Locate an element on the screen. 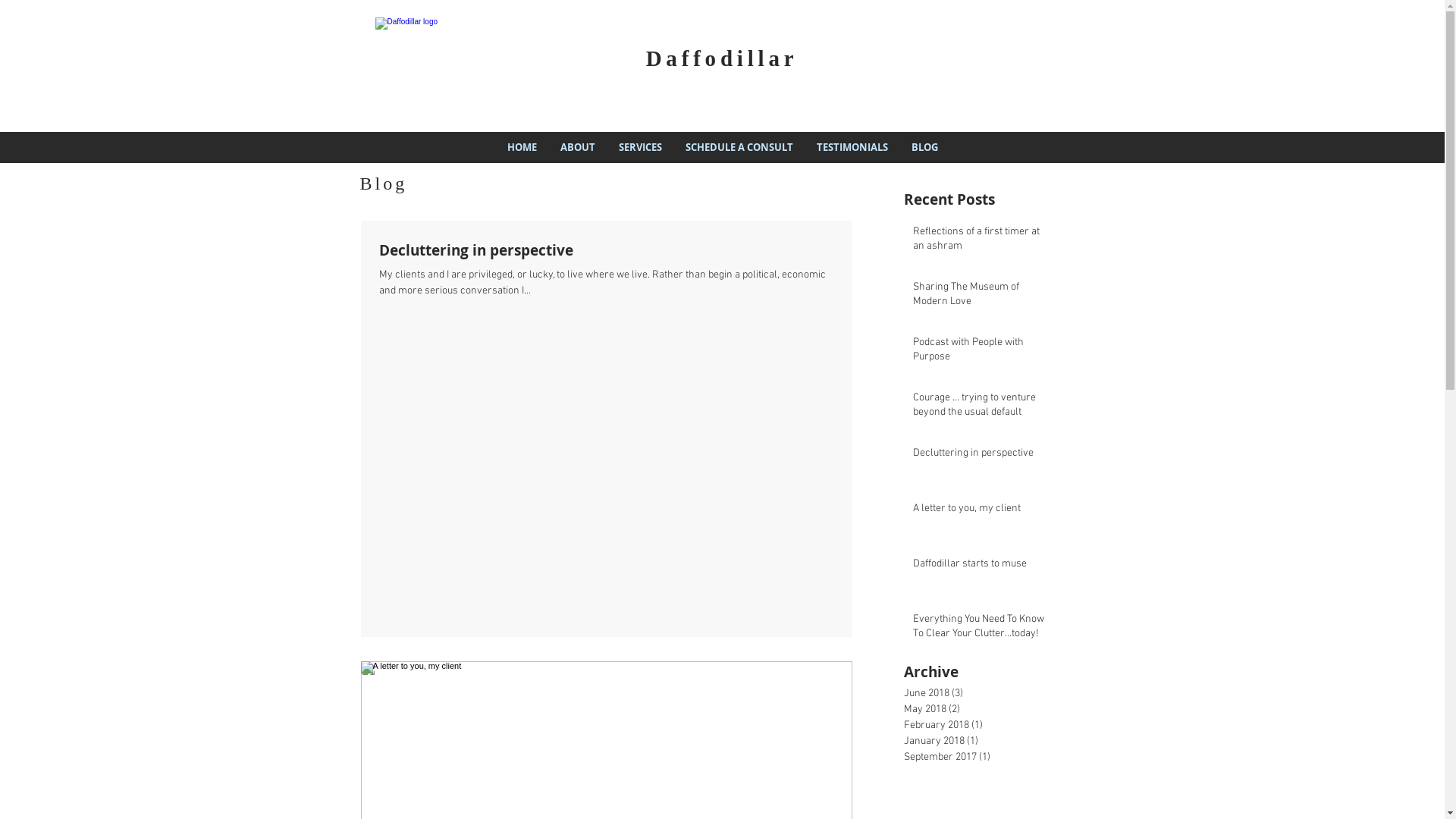  'Sharing The Museum of Modern Love' is located at coordinates (912, 297).